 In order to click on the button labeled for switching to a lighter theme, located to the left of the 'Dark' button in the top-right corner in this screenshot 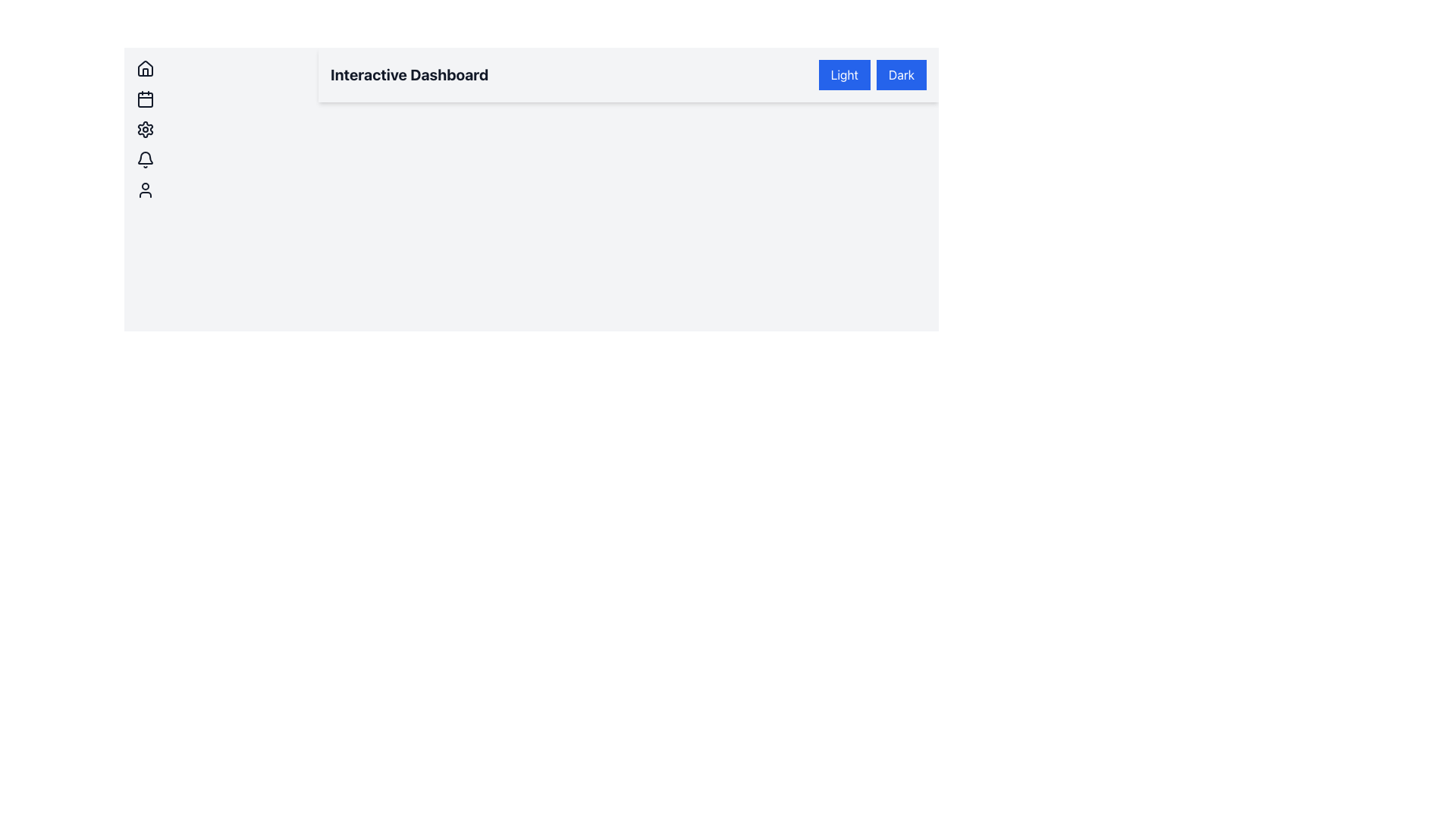, I will do `click(843, 75)`.